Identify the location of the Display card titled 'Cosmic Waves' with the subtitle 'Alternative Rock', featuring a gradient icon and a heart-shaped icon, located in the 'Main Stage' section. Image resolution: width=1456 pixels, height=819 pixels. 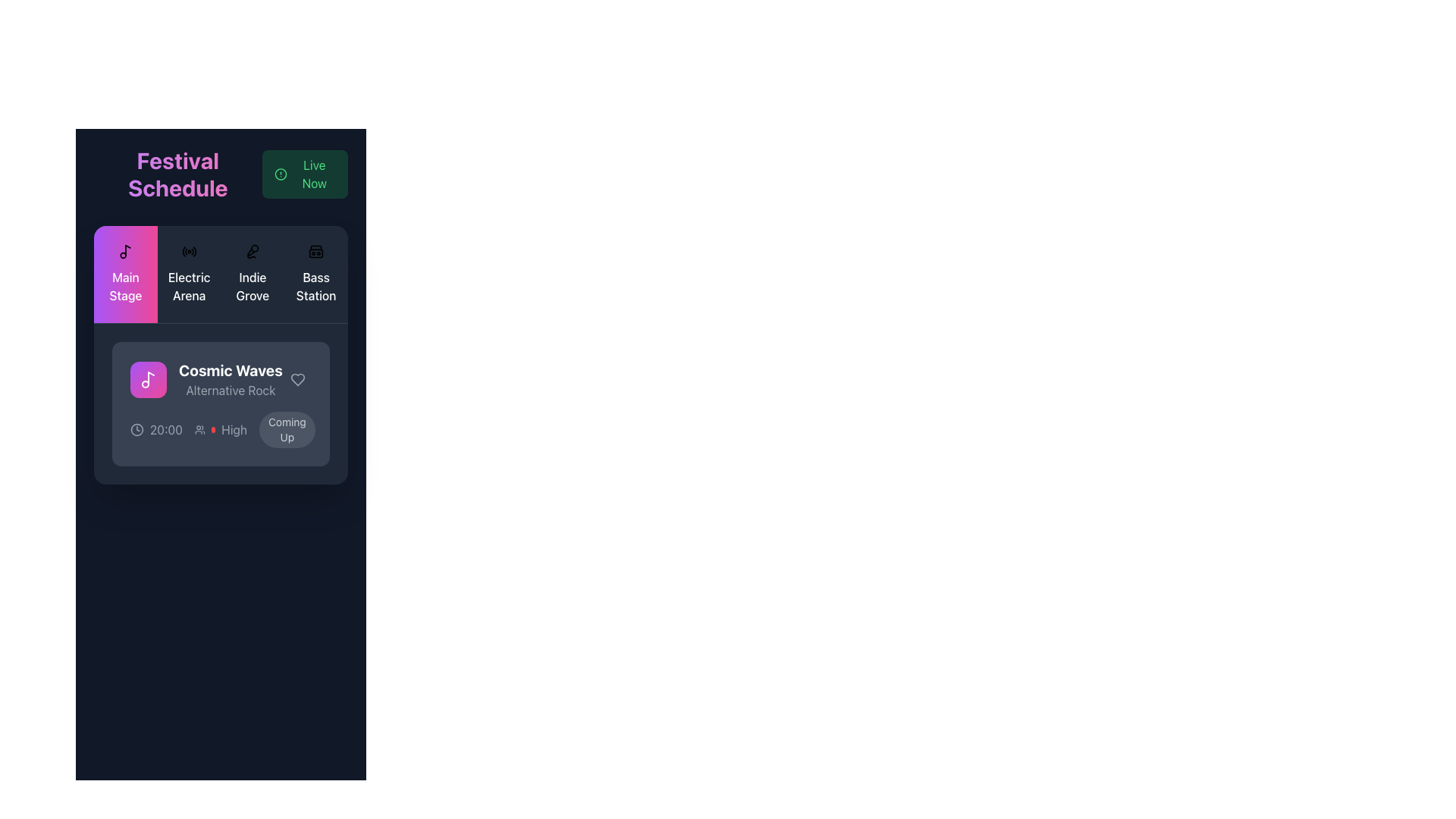
(220, 379).